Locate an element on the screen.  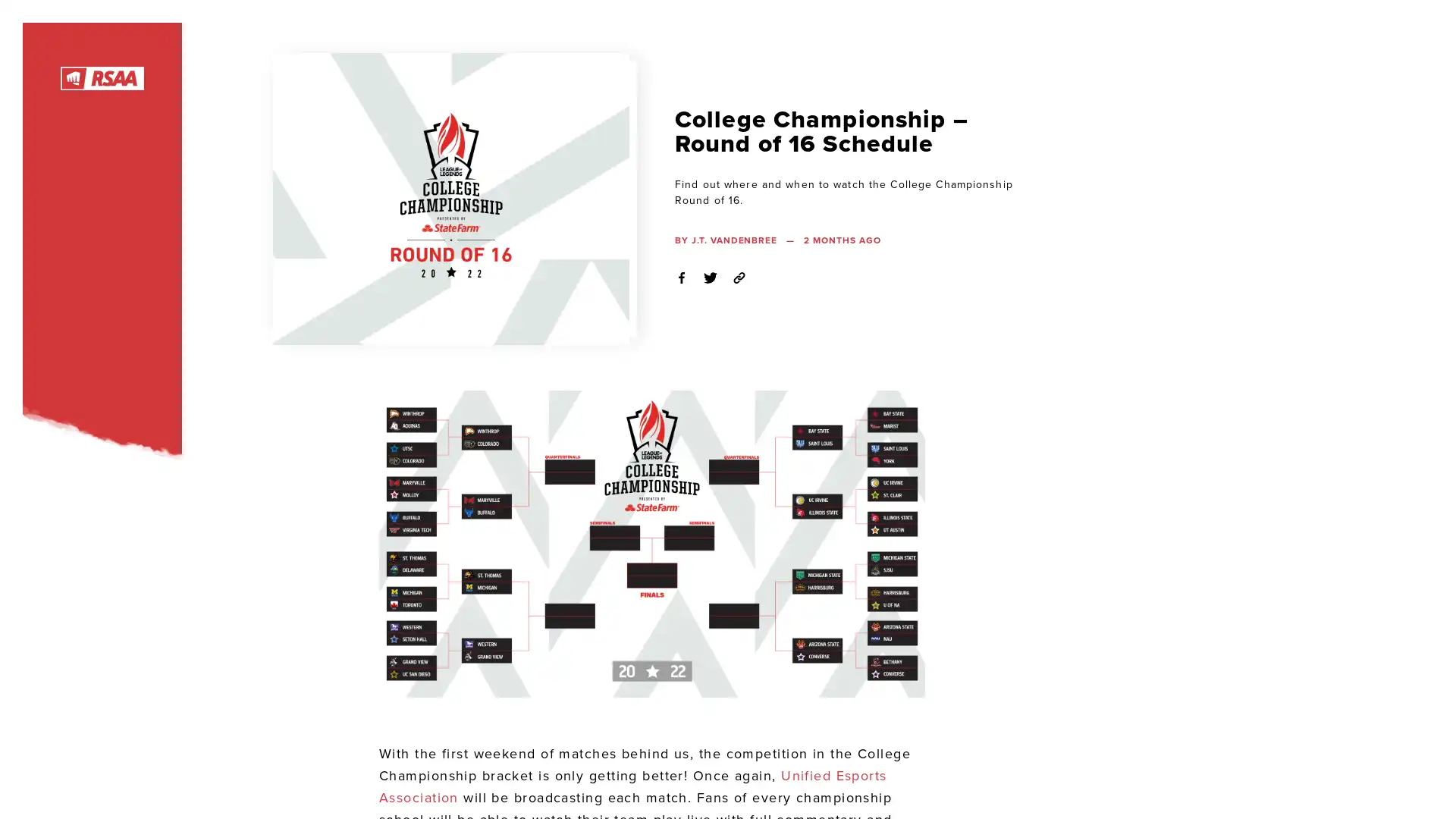
Share on Facebook is located at coordinates (680, 278).